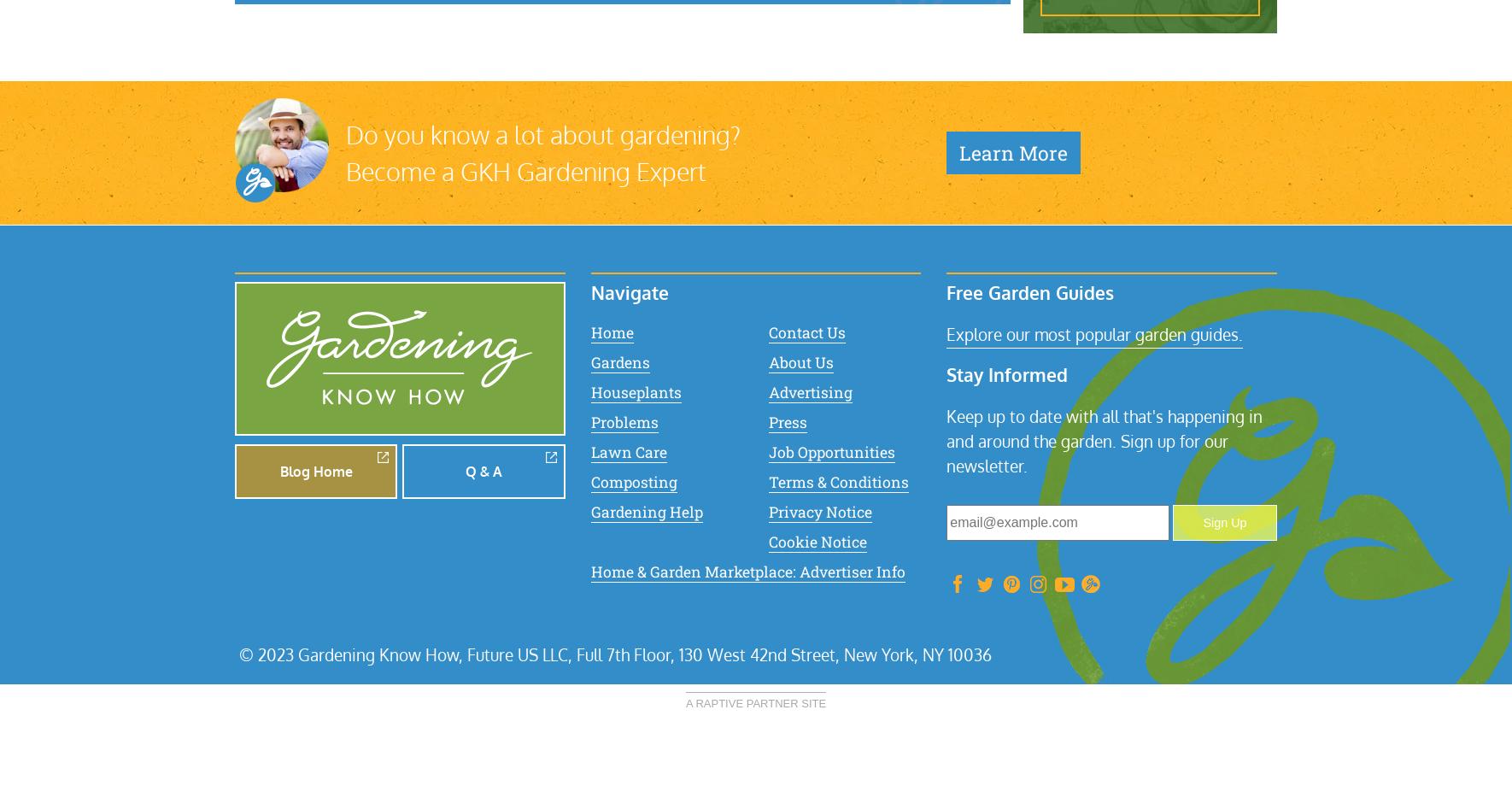  What do you see at coordinates (589, 570) in the screenshot?
I see `'Home & Garden Marketplace: Advertiser Info'` at bounding box center [589, 570].